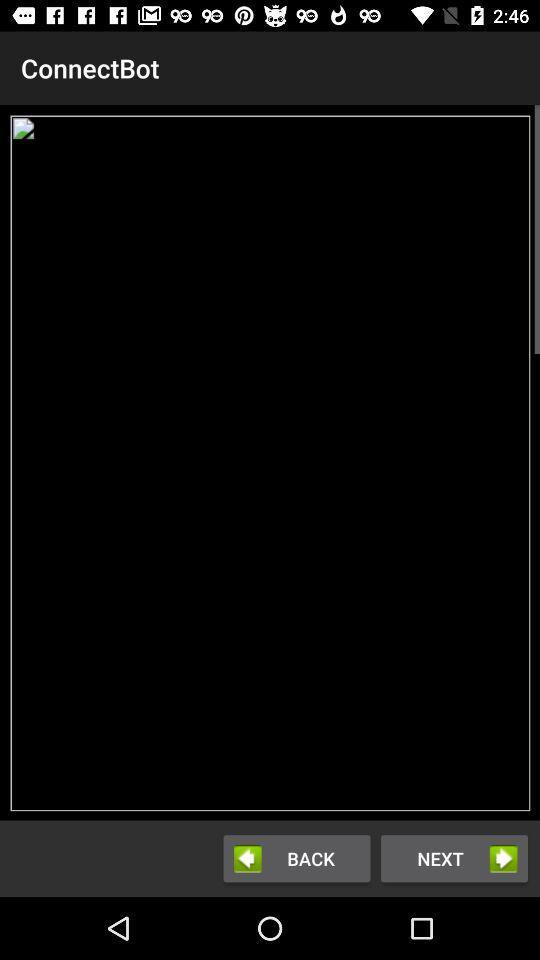 This screenshot has width=540, height=960. I want to click on the button next to the next, so click(296, 857).